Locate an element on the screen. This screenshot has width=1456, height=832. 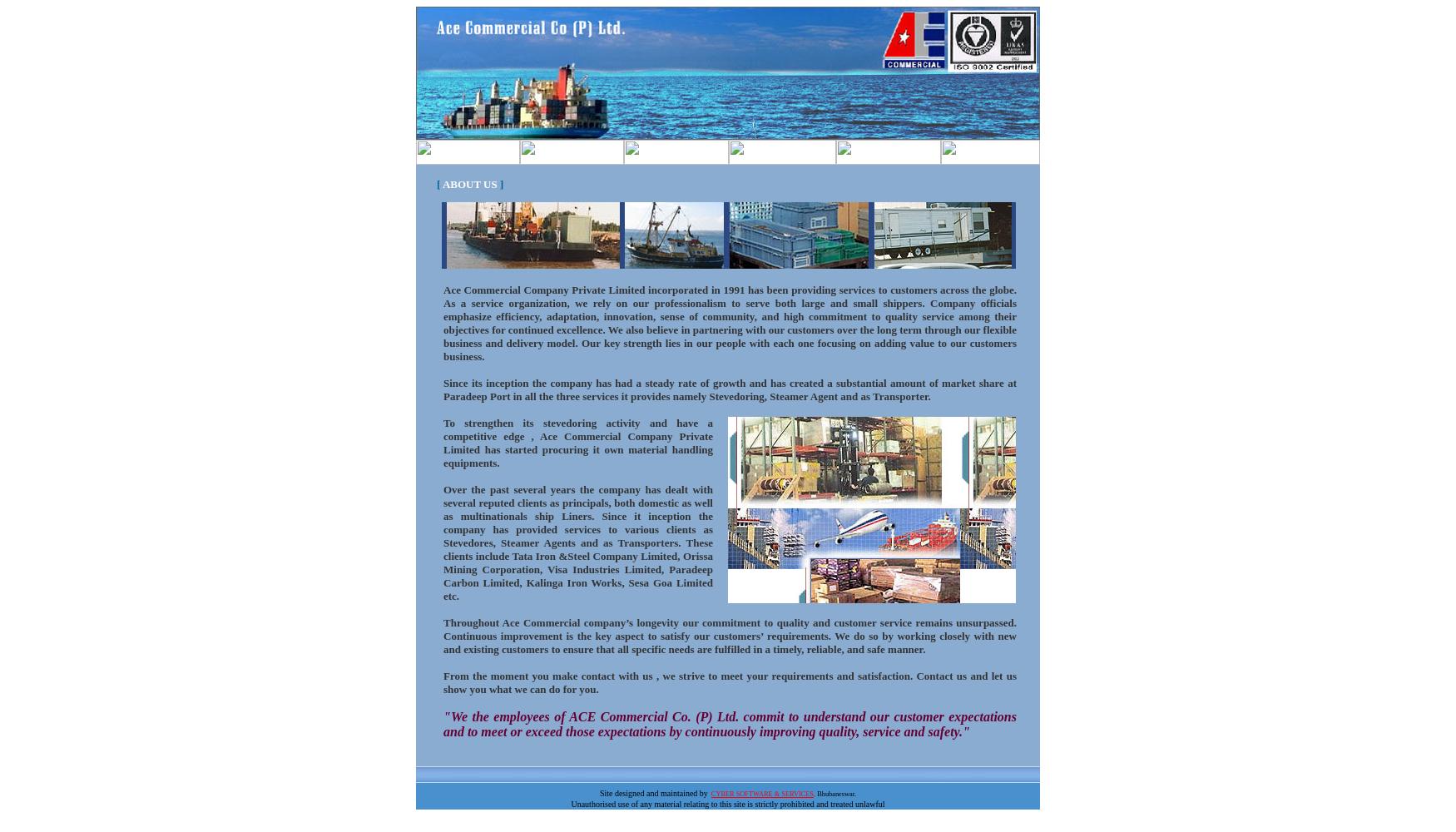
'To 
                    strengthen its stevedoring activity and have a competitive 
                    edge , Ace Commercial Company Private Limited has started 
                    procuring it own material handling equipments.' is located at coordinates (577, 443).